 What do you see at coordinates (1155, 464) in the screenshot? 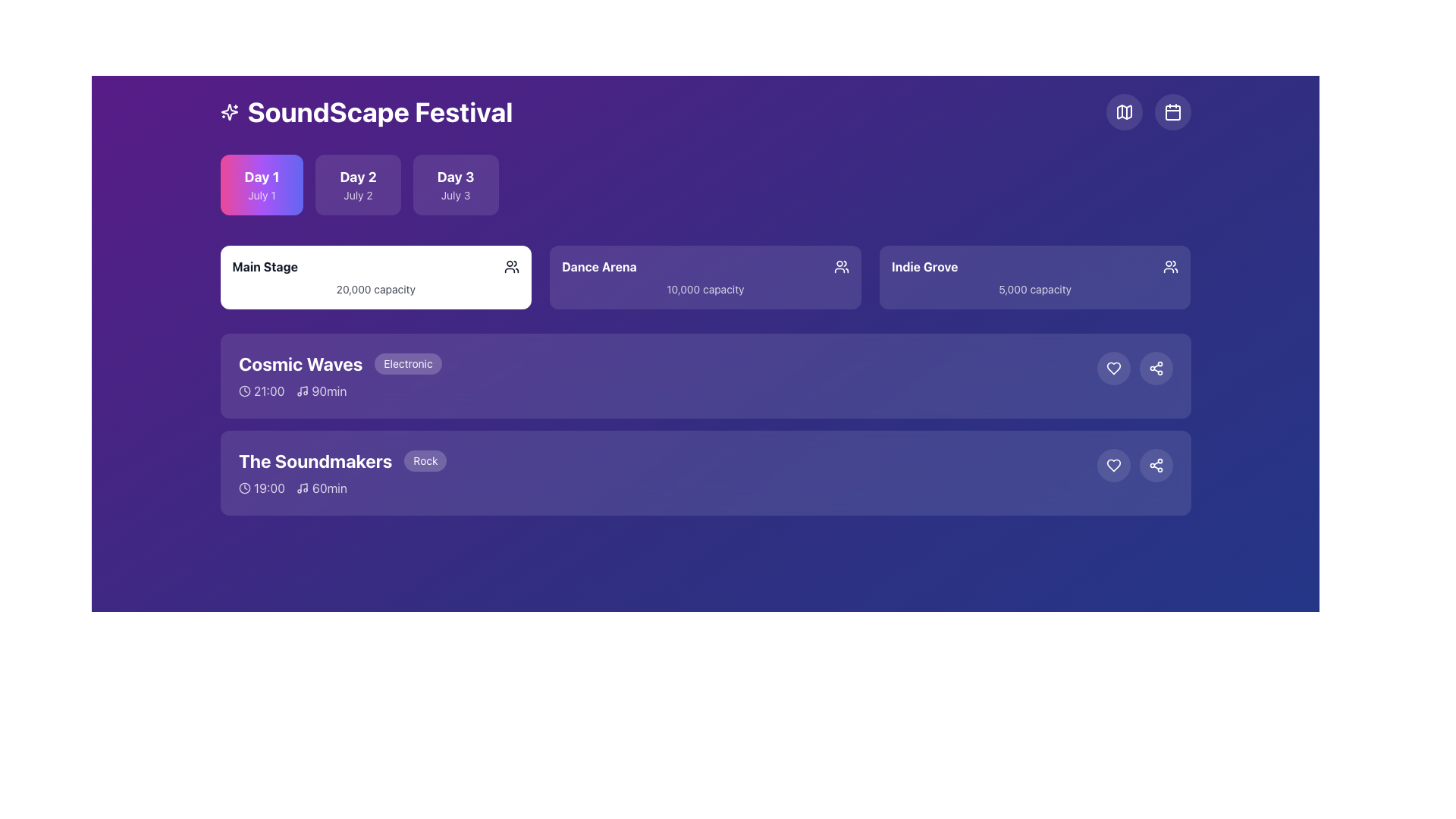
I see `the circular button with a semi-transparent white background and a share icon located in the bottom-right corner of 'The Soundmakers' card` at bounding box center [1155, 464].